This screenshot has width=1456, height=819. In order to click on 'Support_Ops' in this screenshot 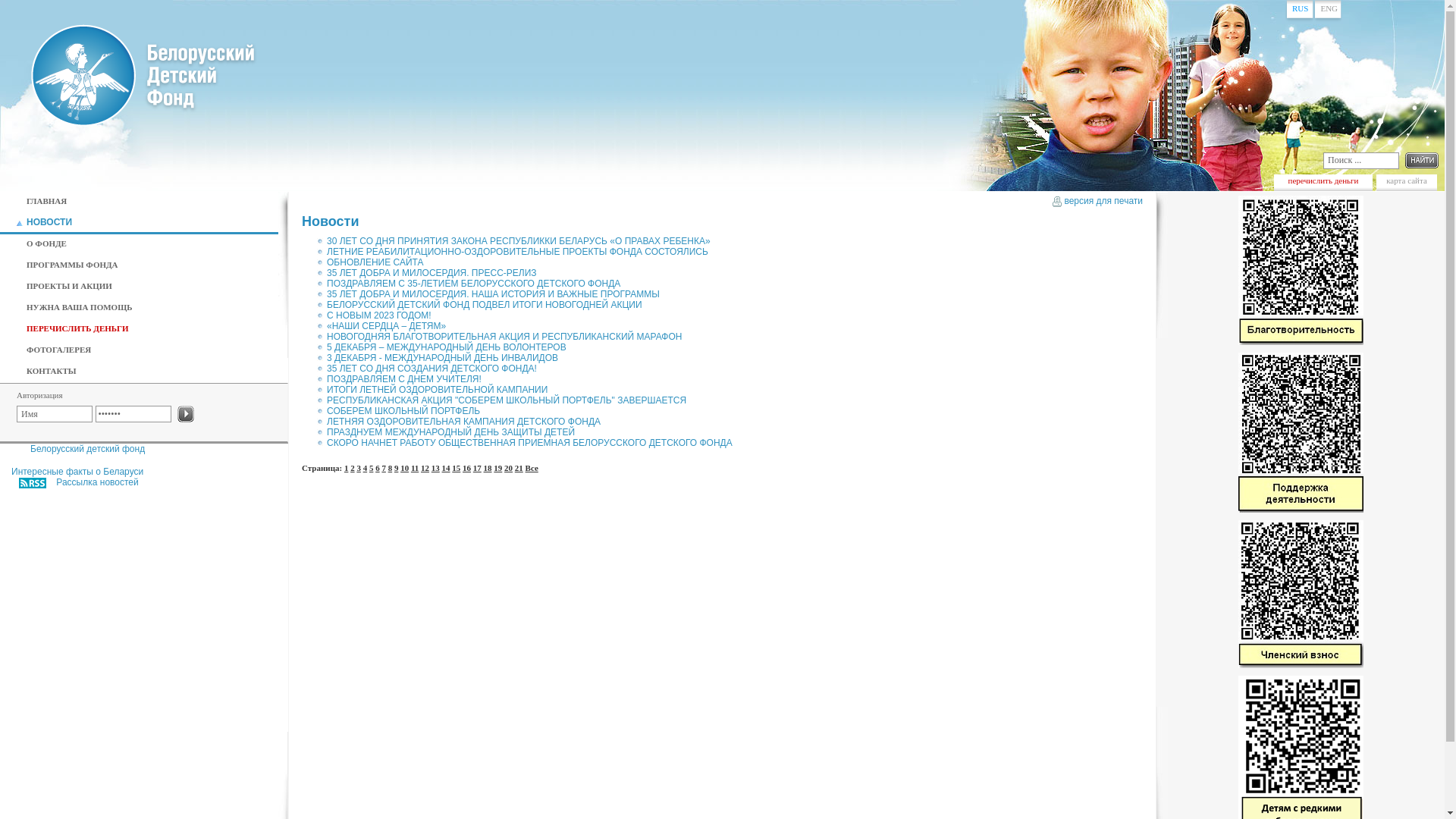, I will do `click(1299, 513)`.